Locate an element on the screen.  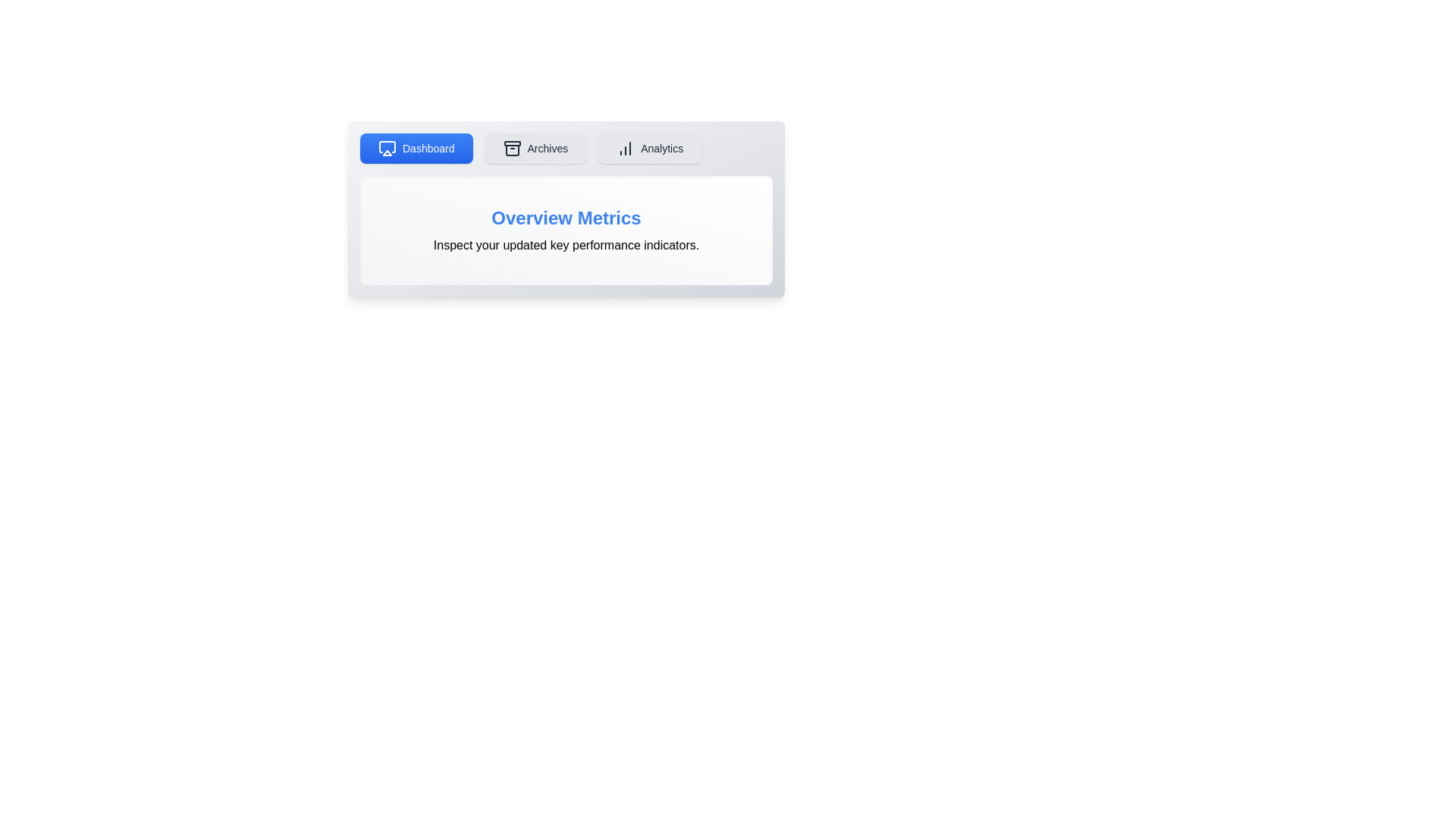
the tab labeled Dashboard by clicking on it is located at coordinates (416, 149).